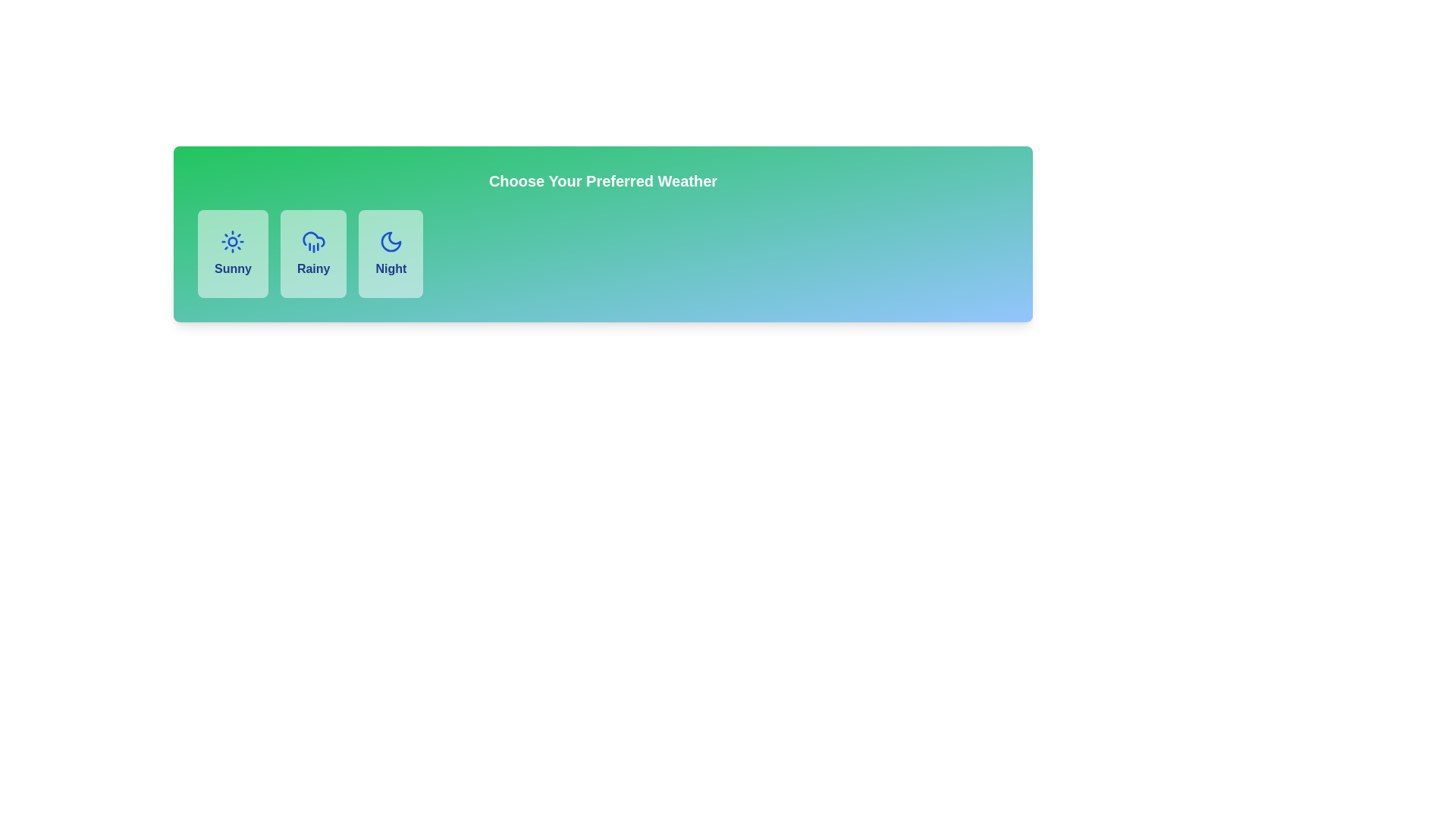  What do you see at coordinates (232, 241) in the screenshot?
I see `the small circular shape that represents the sunny weather option within the sun icon located at the top-left section of the application interface` at bounding box center [232, 241].